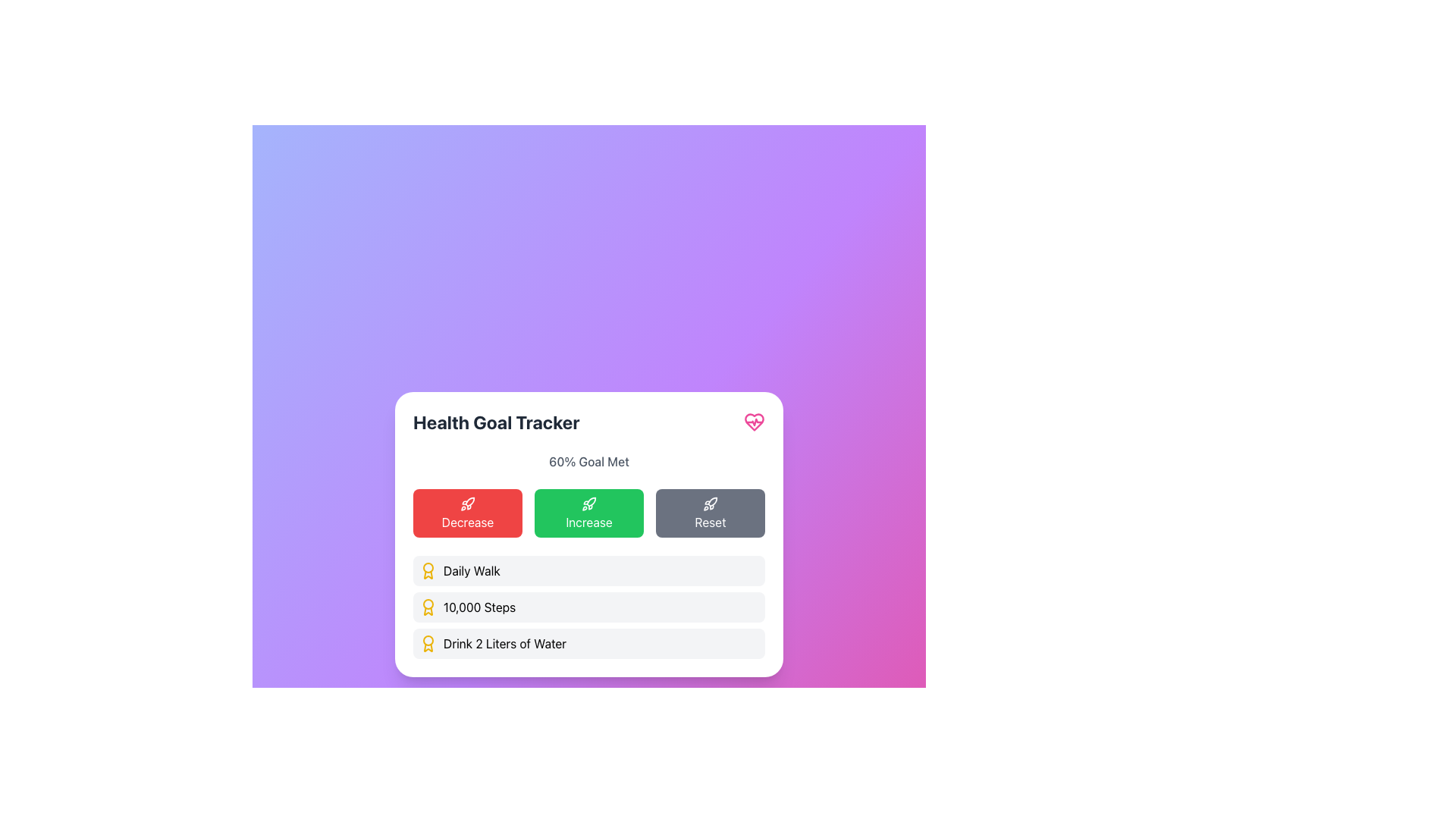 The height and width of the screenshot is (819, 1456). I want to click on the progress bar of the 'Health Goal Tracker' widget, so click(588, 534).